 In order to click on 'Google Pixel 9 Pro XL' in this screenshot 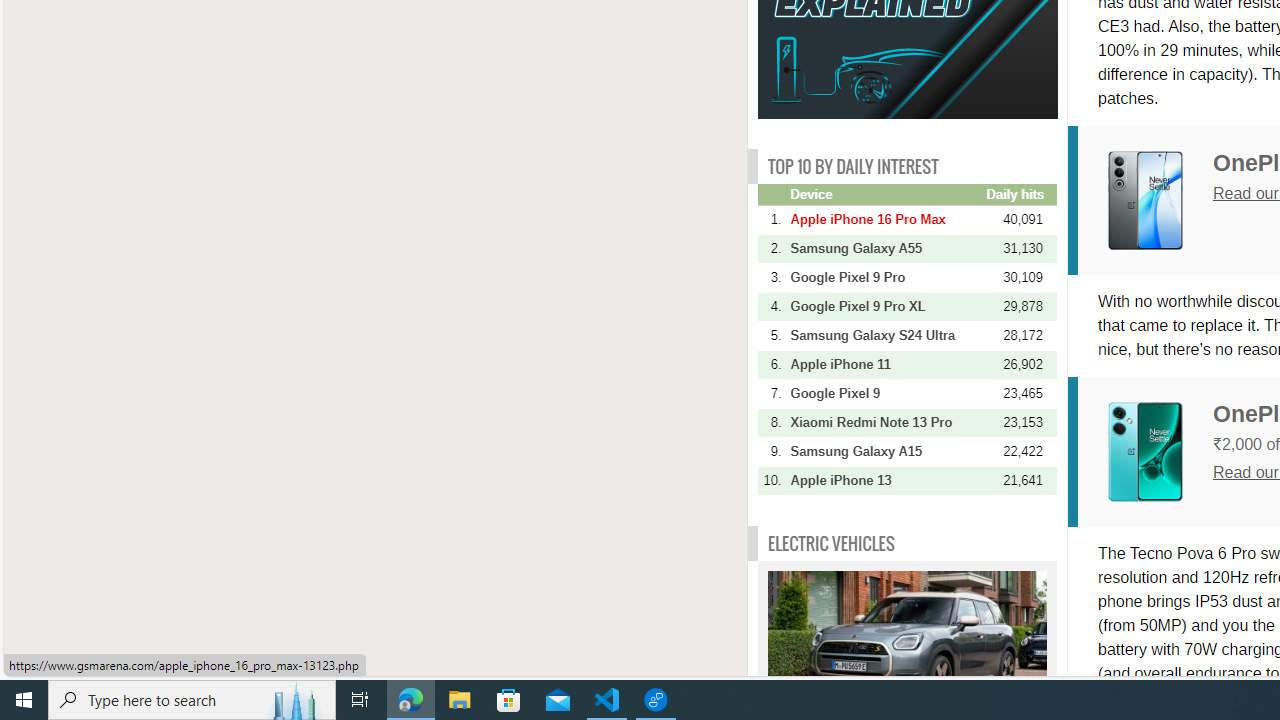, I will do `click(885, 306)`.